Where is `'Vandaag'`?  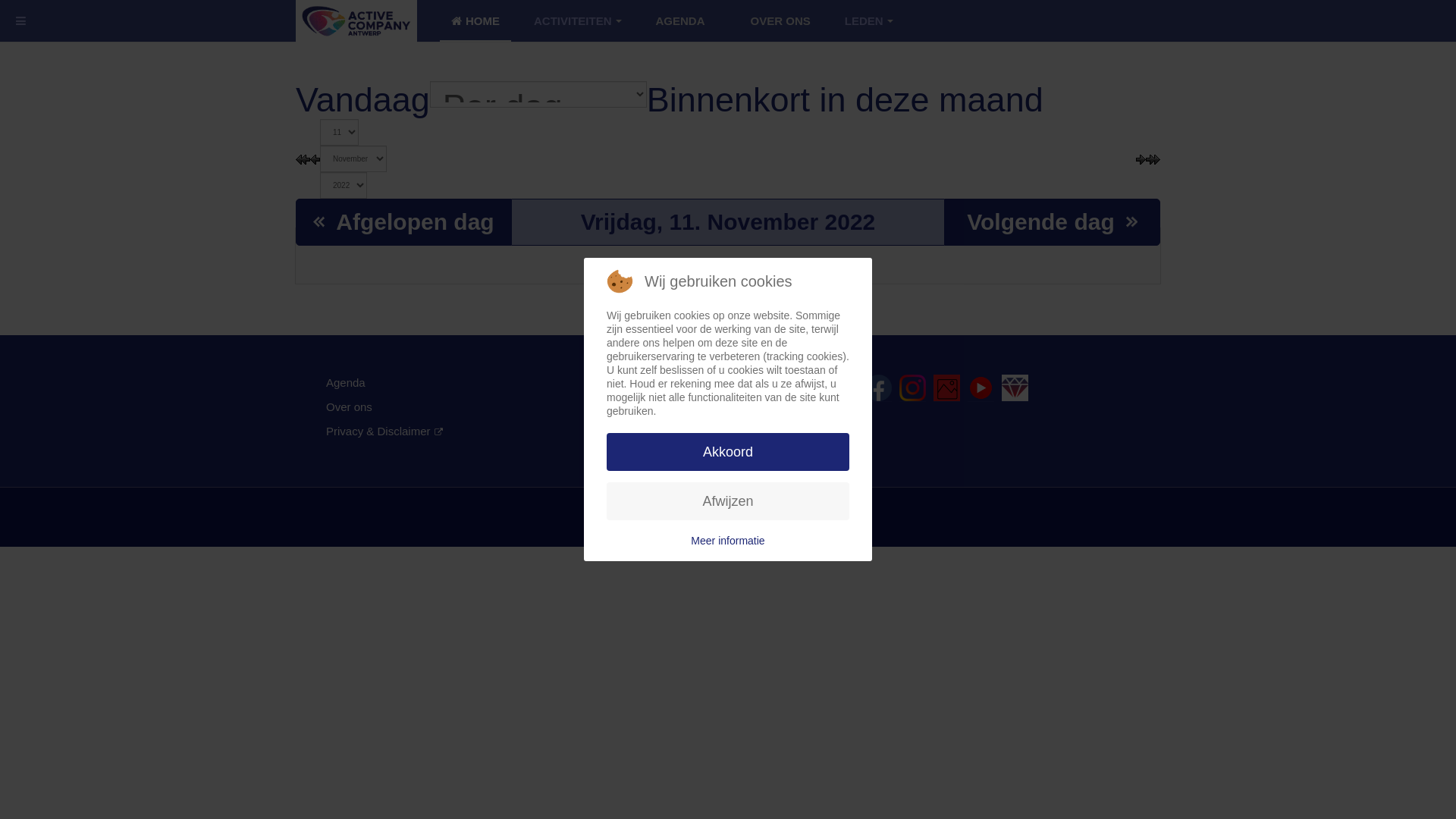
'Vandaag' is located at coordinates (295, 99).